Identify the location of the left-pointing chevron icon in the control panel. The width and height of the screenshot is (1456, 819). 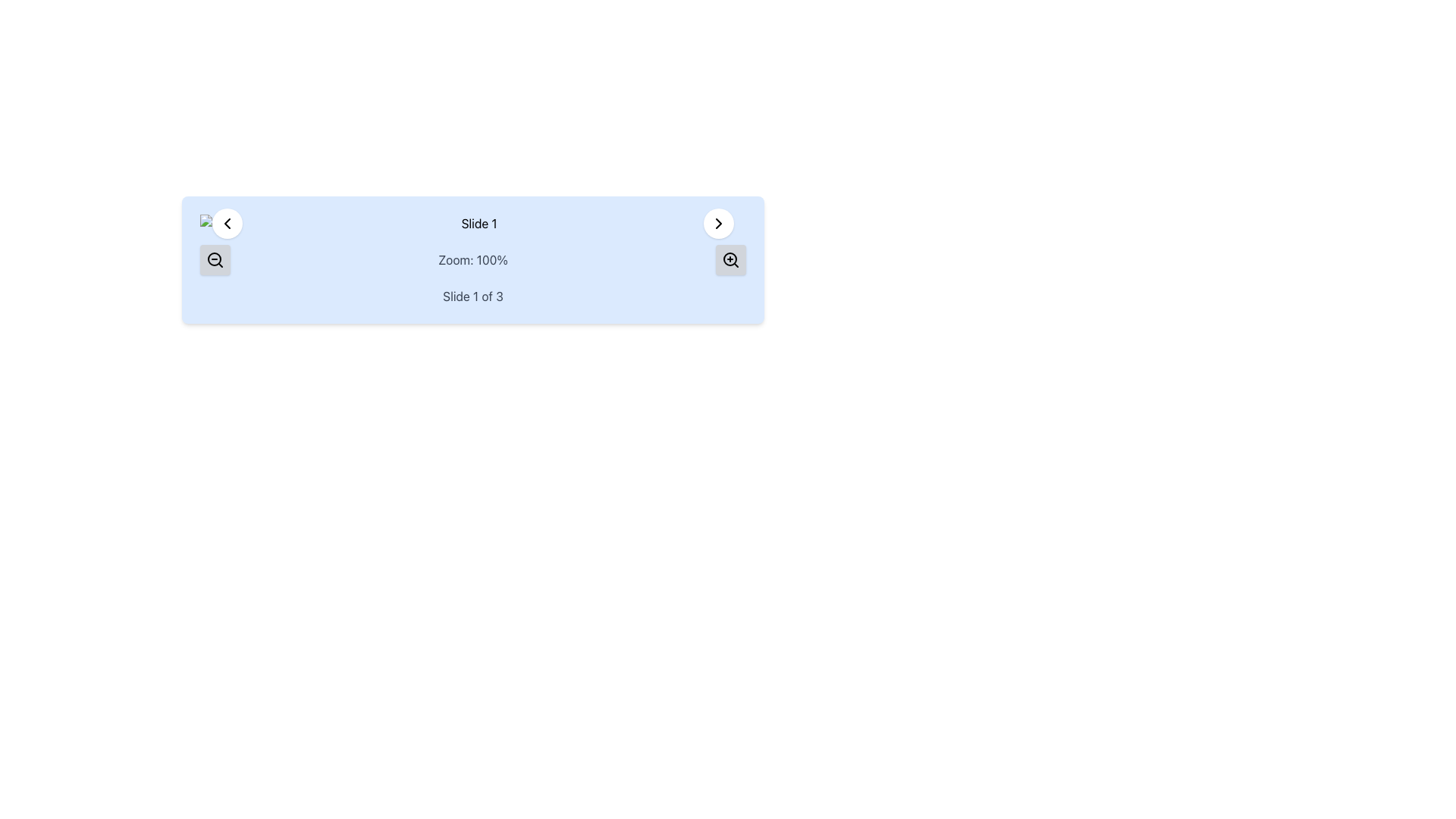
(226, 223).